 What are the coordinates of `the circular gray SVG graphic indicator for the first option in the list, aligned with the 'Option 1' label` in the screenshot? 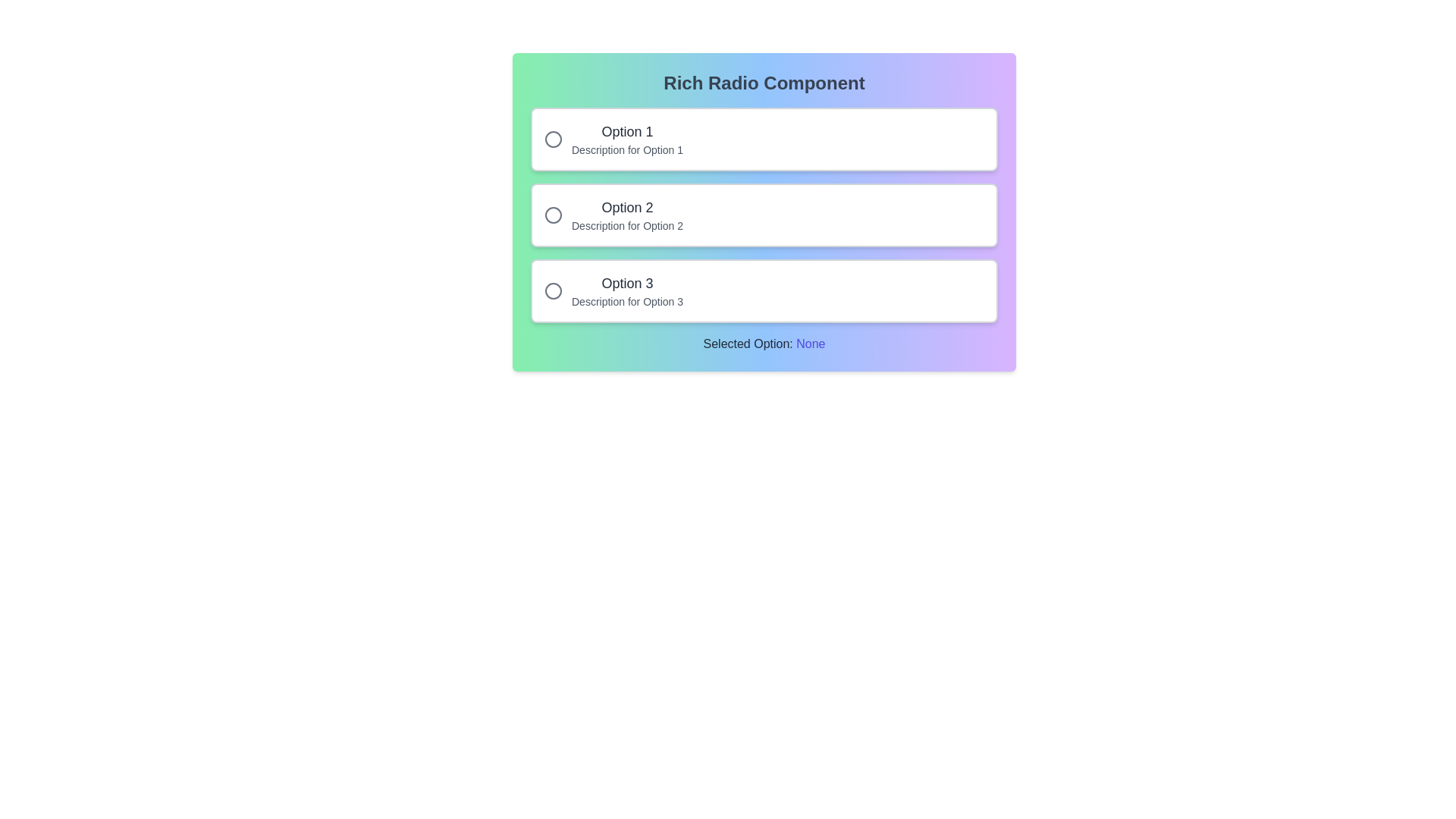 It's located at (552, 140).